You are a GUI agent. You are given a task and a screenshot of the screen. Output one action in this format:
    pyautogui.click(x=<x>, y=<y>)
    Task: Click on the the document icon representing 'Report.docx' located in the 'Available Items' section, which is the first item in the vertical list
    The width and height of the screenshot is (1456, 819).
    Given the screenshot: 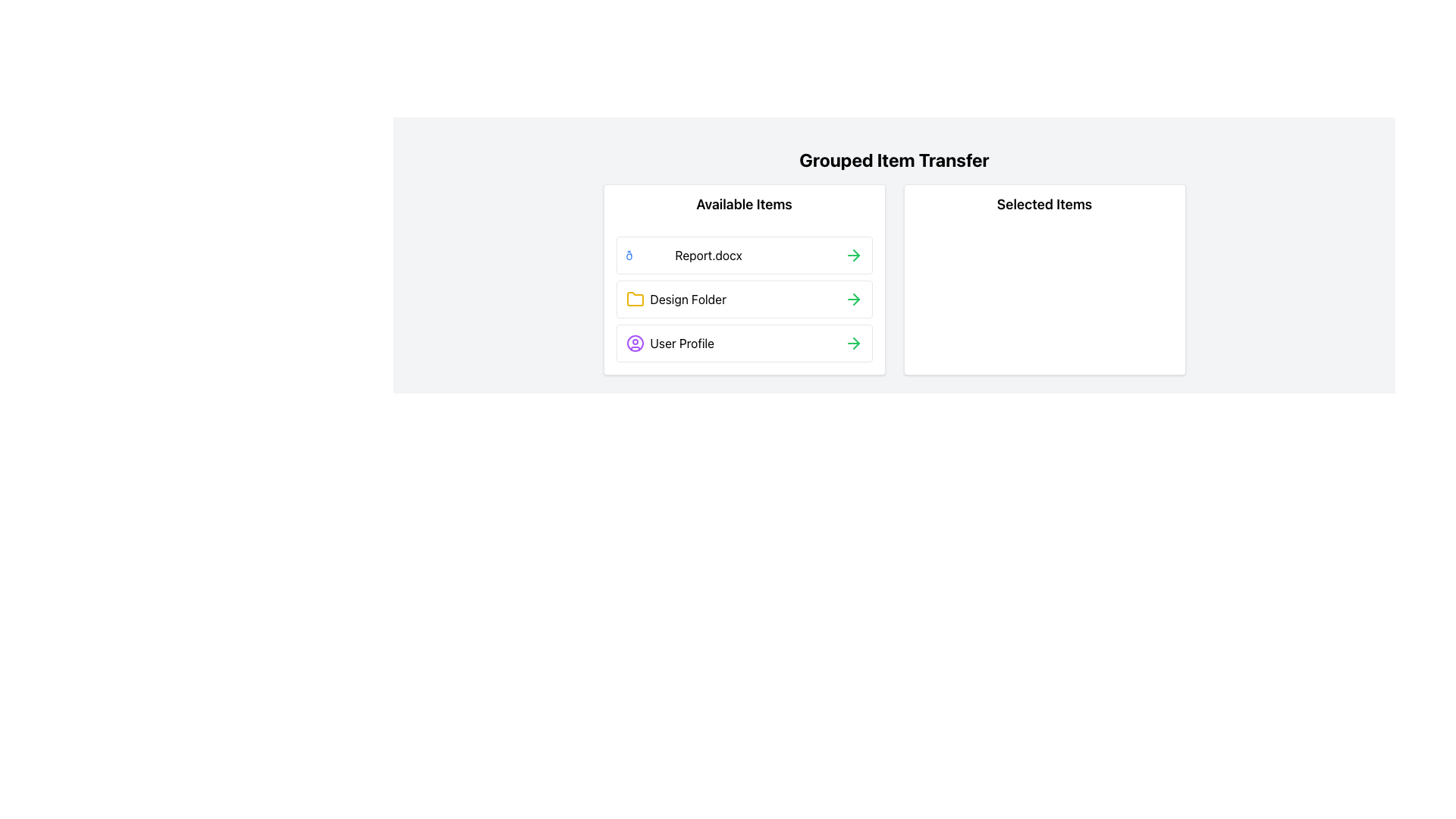 What is the action you would take?
    pyautogui.click(x=648, y=254)
    